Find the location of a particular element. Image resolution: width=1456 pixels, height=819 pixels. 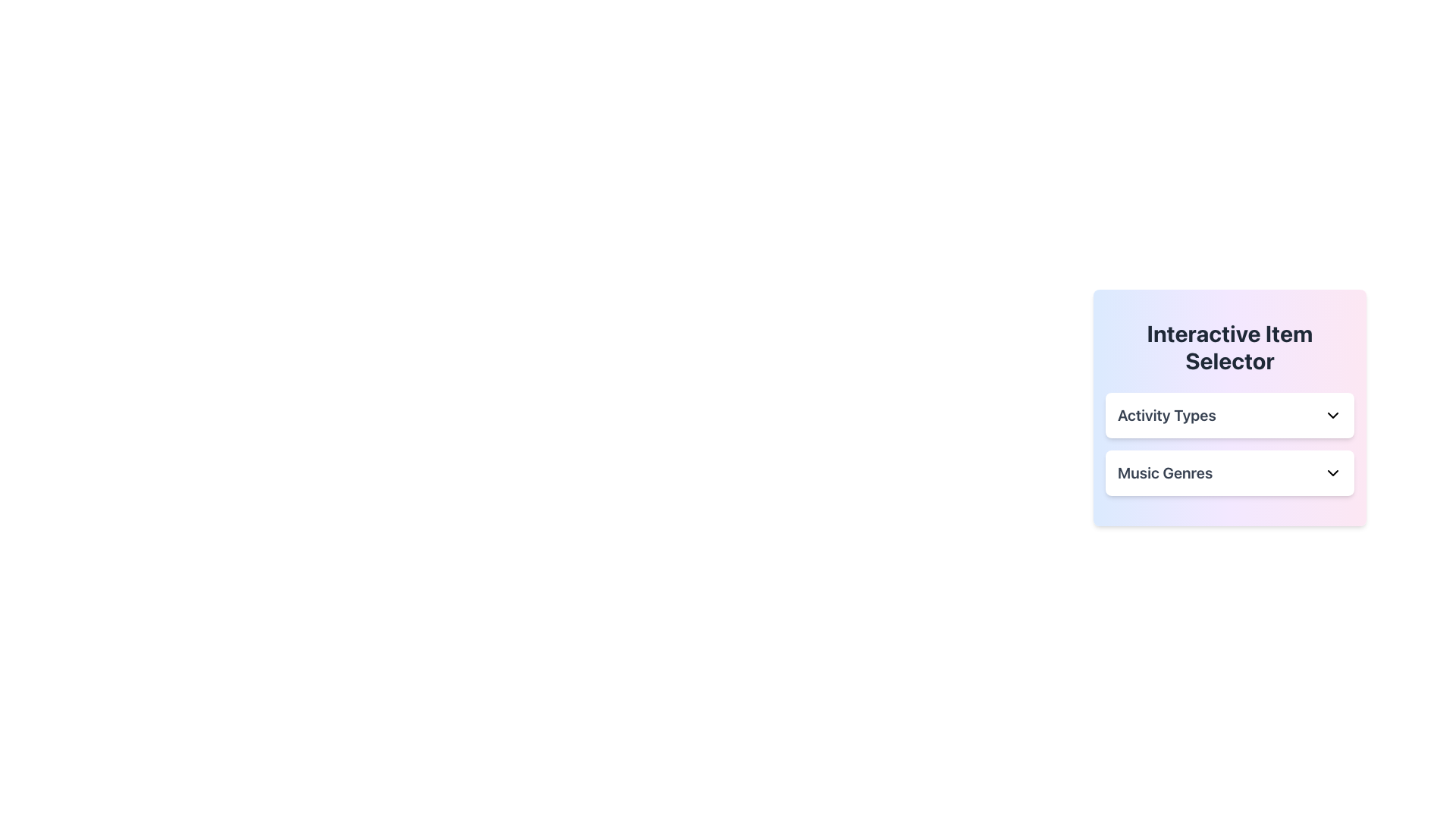

the downward-pointing chevron icon next to the 'Music Genres' label is located at coordinates (1332, 472).